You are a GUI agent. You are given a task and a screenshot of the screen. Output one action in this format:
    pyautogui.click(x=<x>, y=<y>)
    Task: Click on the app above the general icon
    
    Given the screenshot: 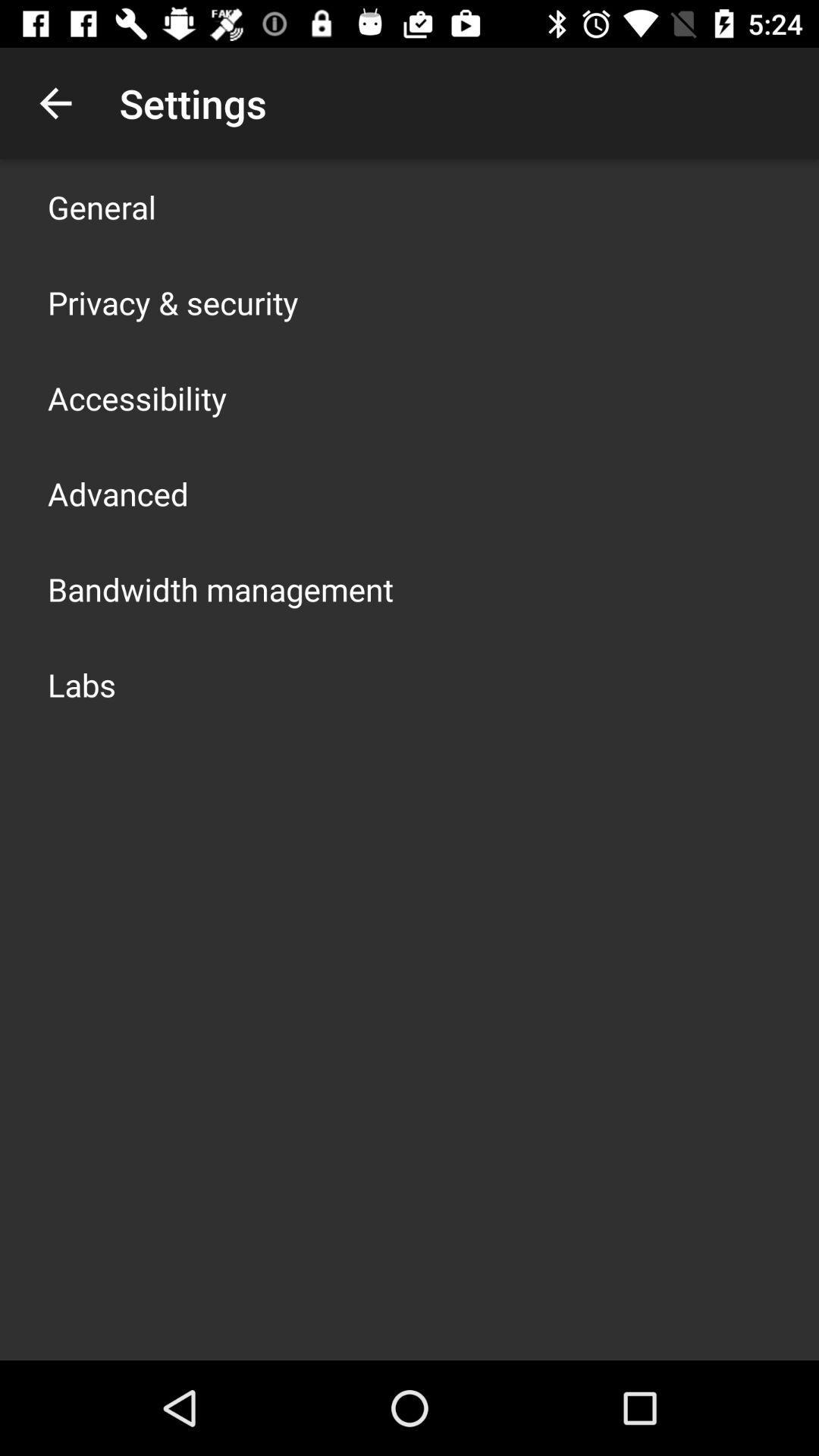 What is the action you would take?
    pyautogui.click(x=55, y=102)
    